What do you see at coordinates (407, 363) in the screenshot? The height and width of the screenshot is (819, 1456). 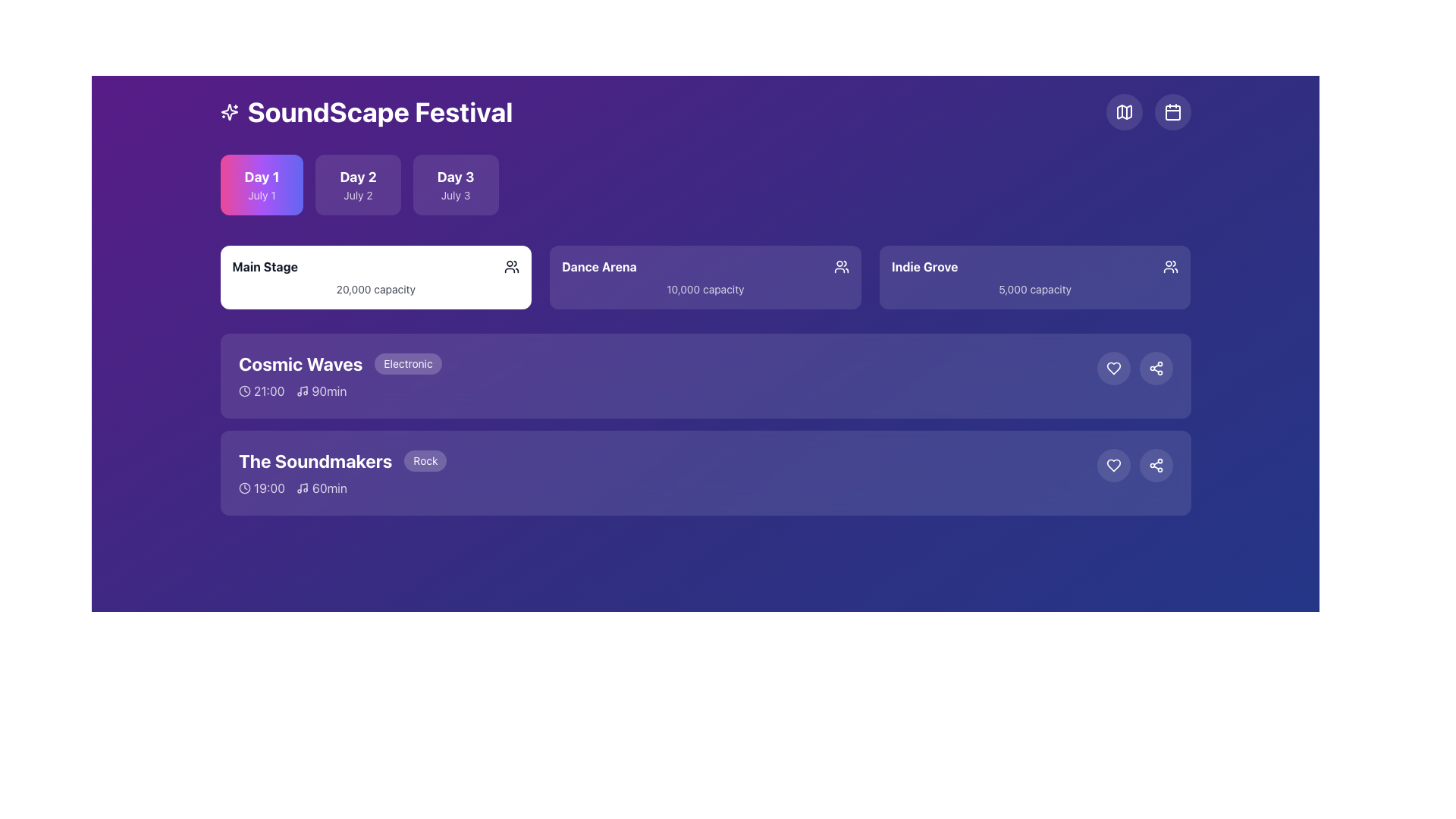 I see `the genre label positioned immediately to the right of the 'Cosmic Waves' text, located in the top half of the main content area` at bounding box center [407, 363].